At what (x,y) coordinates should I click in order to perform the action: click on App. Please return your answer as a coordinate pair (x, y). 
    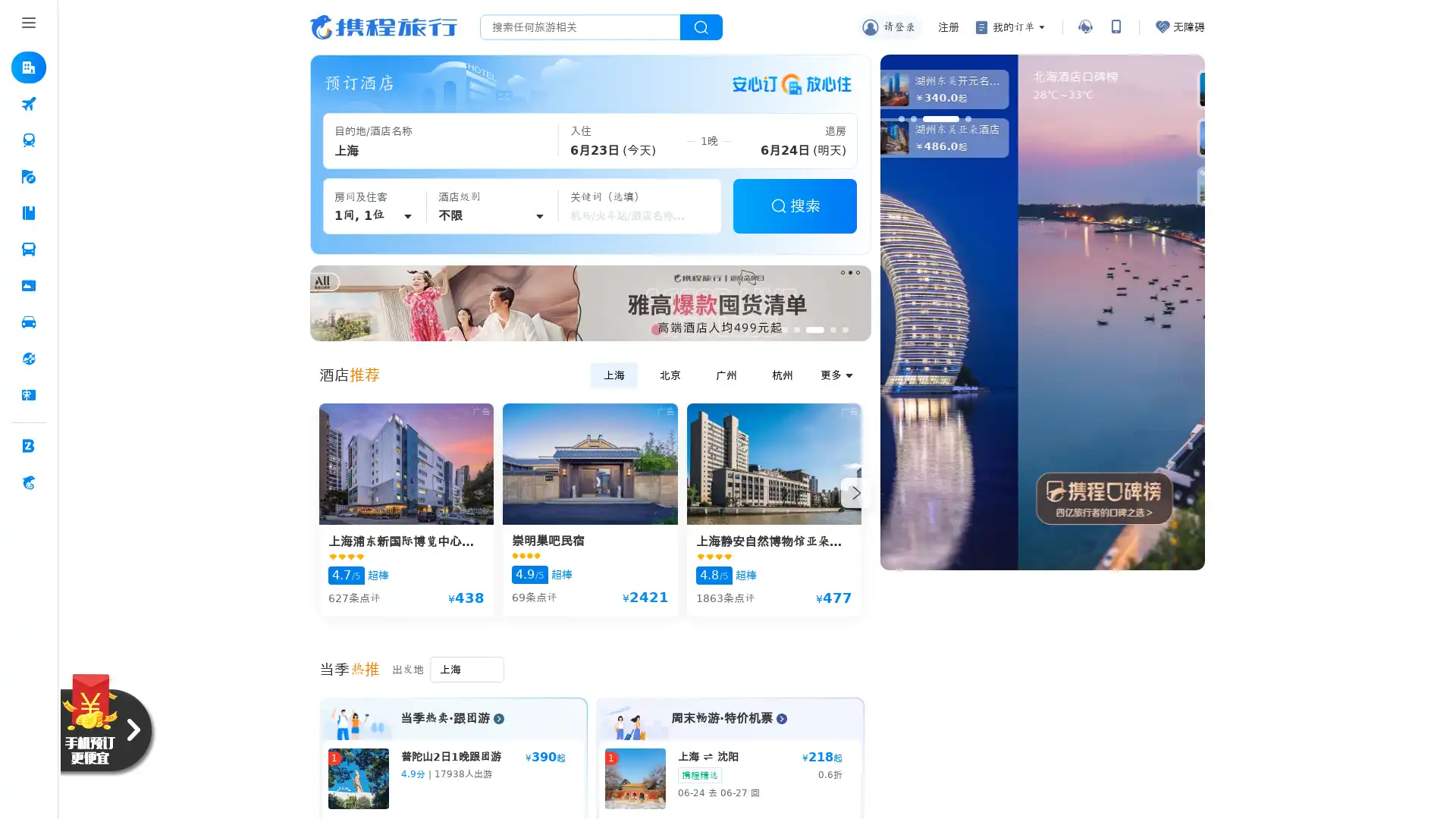
    Looking at the image, I should click on (1115, 27).